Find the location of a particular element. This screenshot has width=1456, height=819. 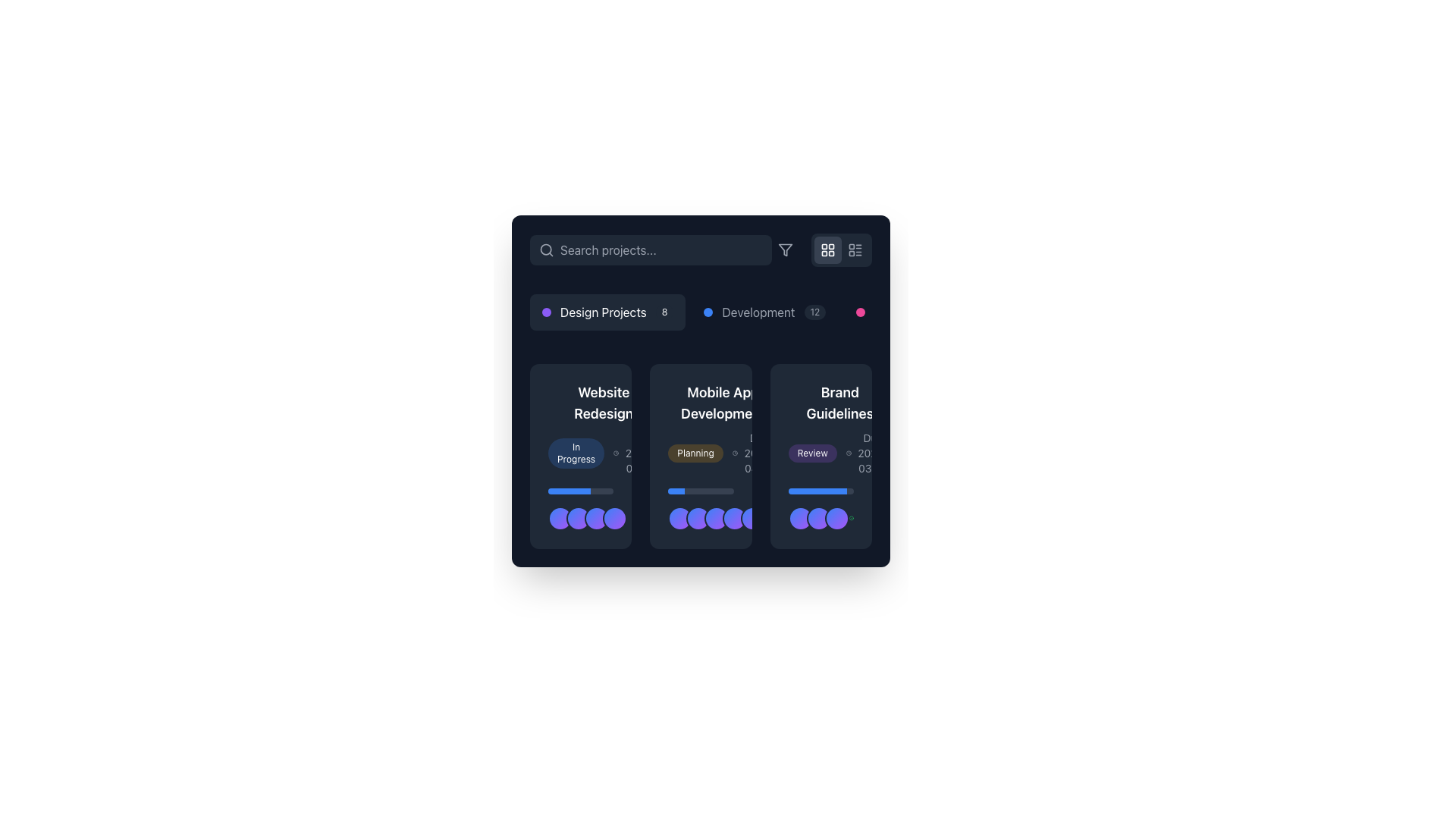

the highlighted button on the segmented control bar is located at coordinates (700, 312).